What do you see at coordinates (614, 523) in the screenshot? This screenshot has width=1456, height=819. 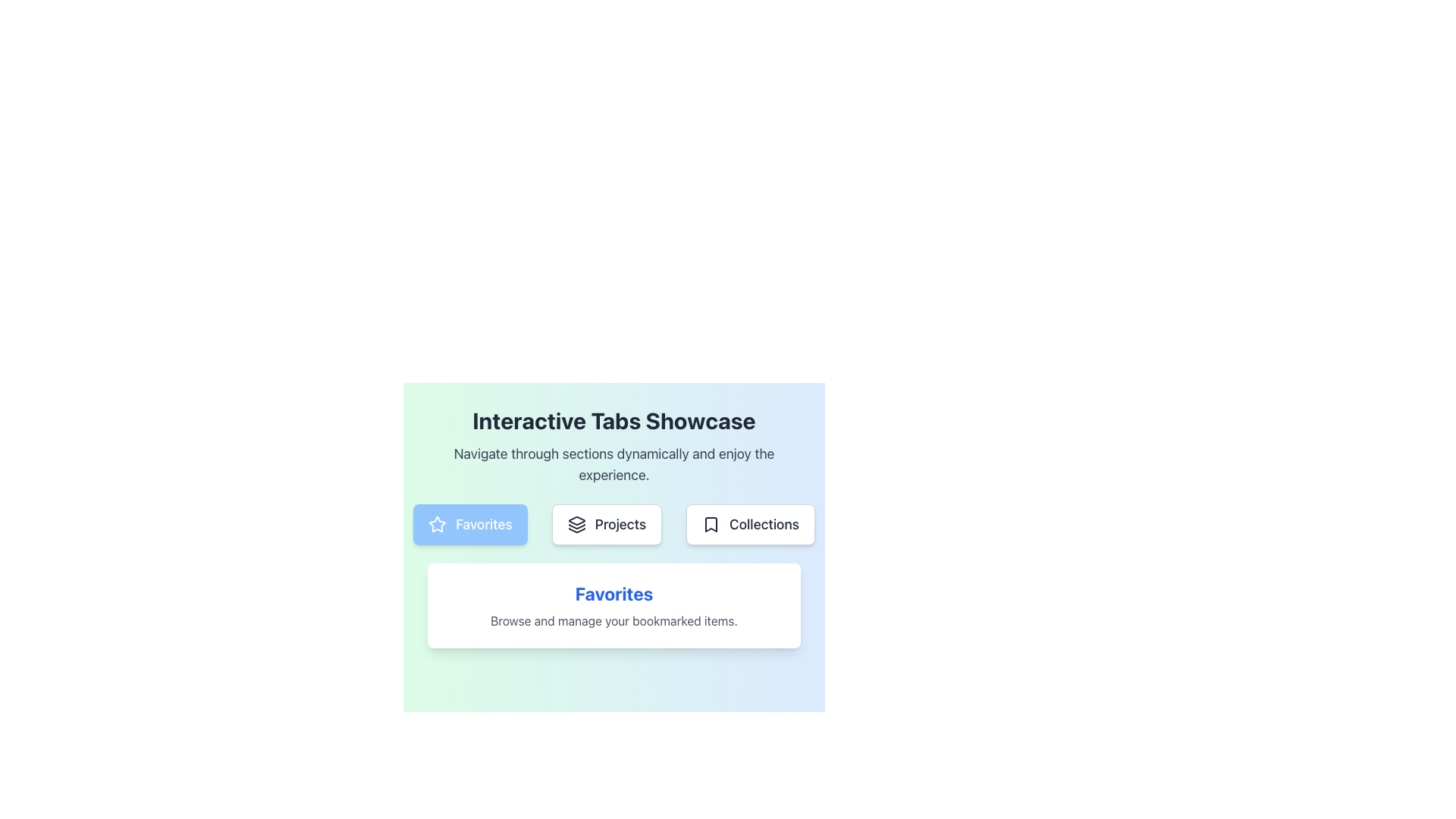 I see `the 'Projects' button located below the 'Interactive Tabs Showcase' title` at bounding box center [614, 523].